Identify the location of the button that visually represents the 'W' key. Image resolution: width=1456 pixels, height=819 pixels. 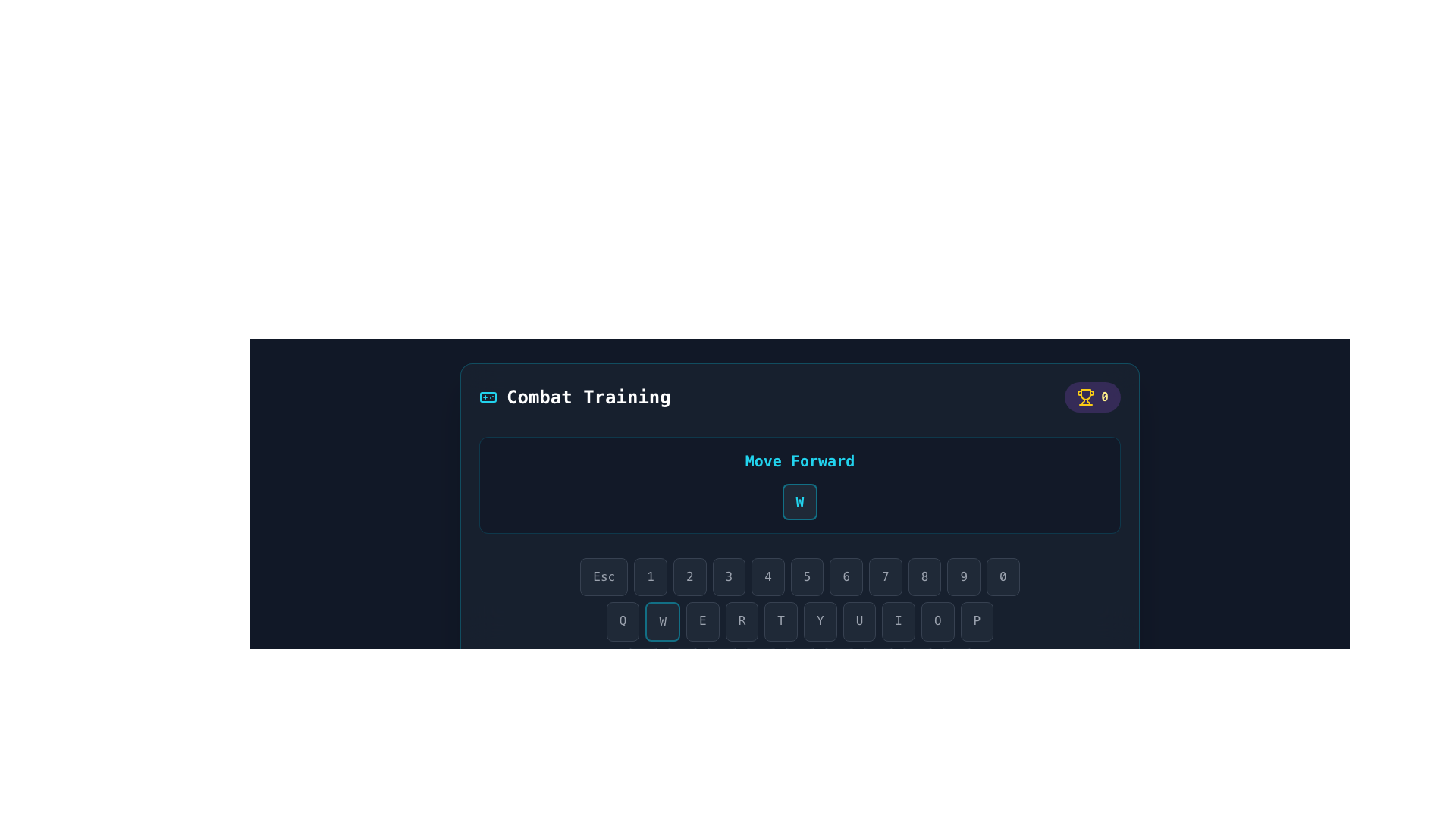
(663, 622).